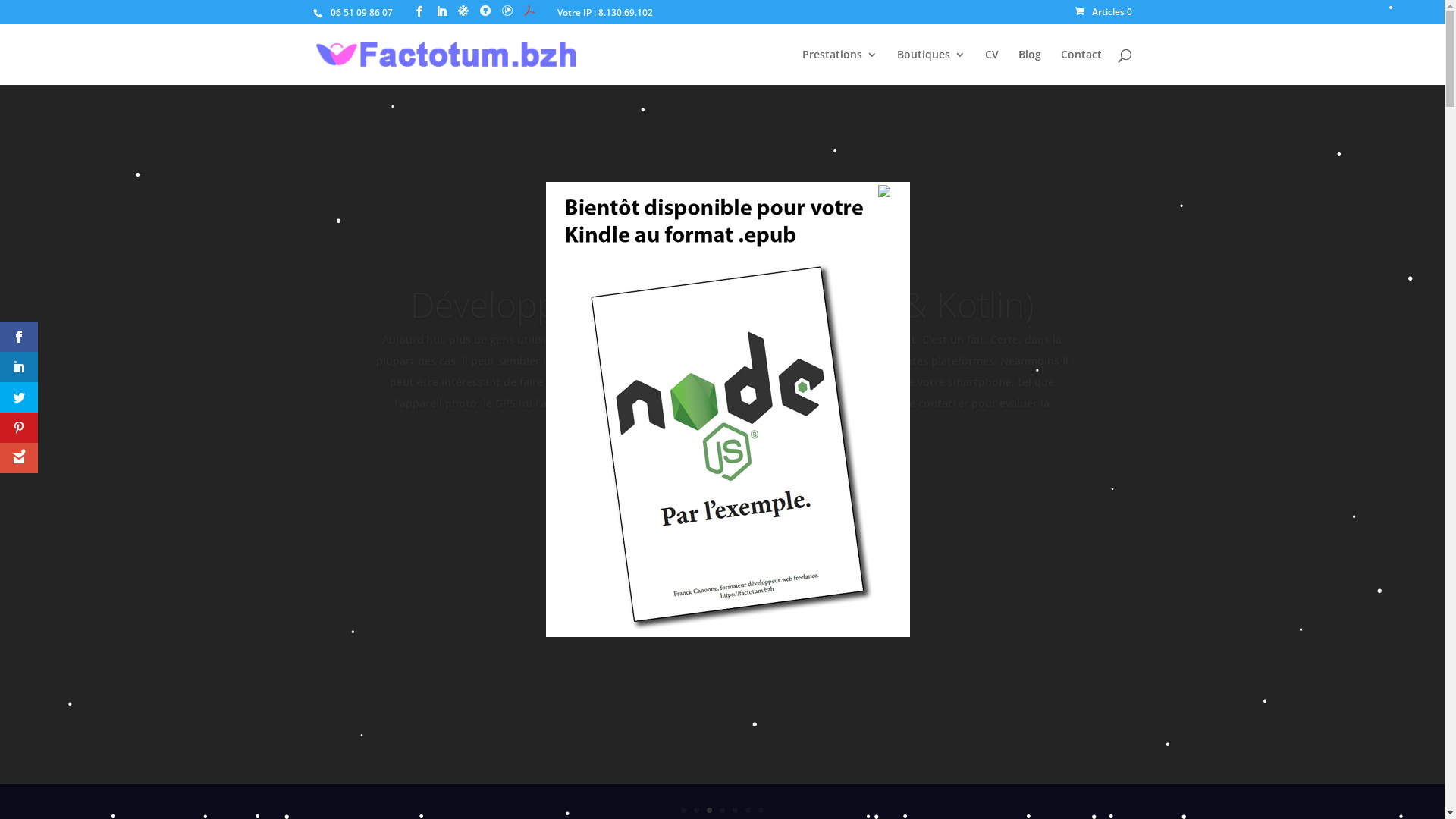 Image resolution: width=1456 pixels, height=819 pixels. I want to click on 'Contact', so click(1080, 66).